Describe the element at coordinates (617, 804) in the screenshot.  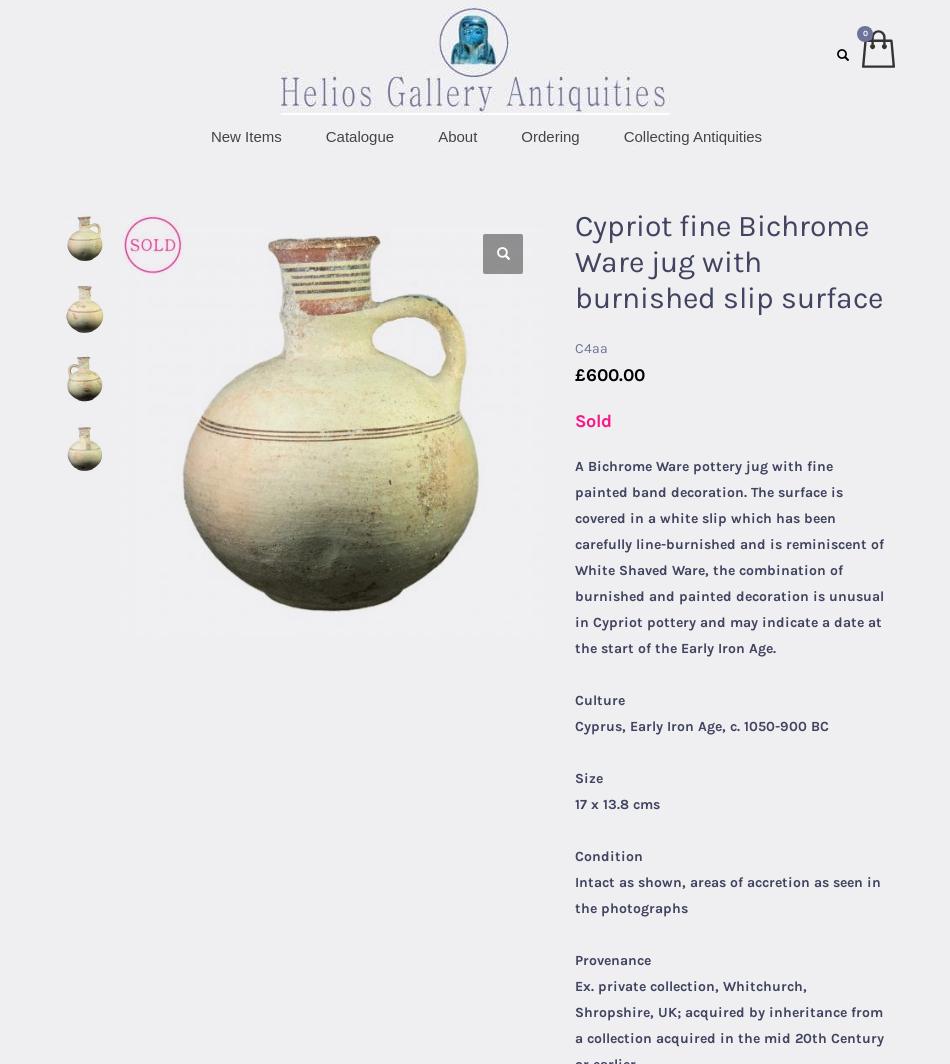
I see `'17 x 13.8 cms'` at that location.